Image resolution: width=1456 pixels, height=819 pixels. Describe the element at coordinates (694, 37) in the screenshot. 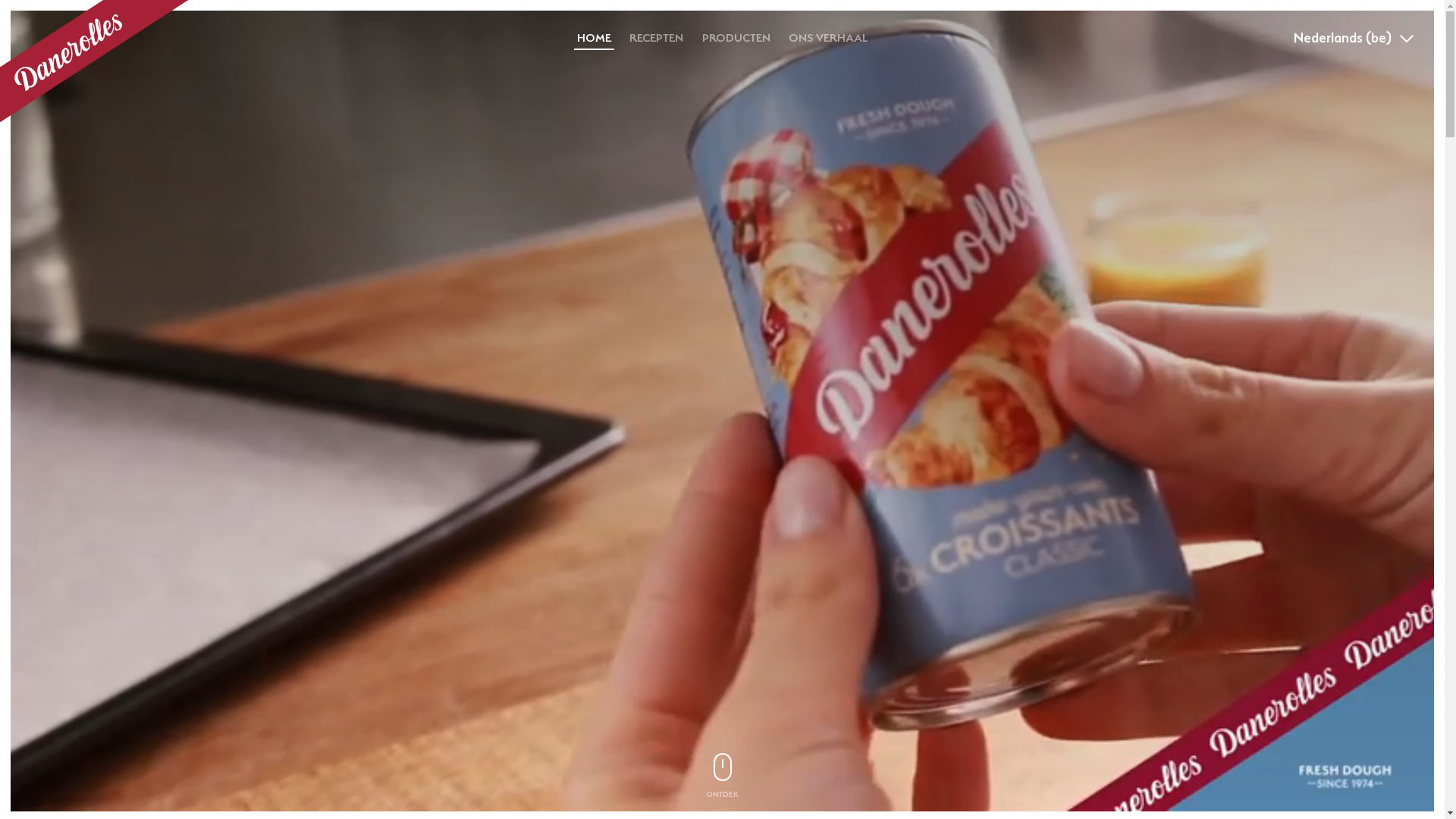

I see `'PRODUCTEN'` at that location.